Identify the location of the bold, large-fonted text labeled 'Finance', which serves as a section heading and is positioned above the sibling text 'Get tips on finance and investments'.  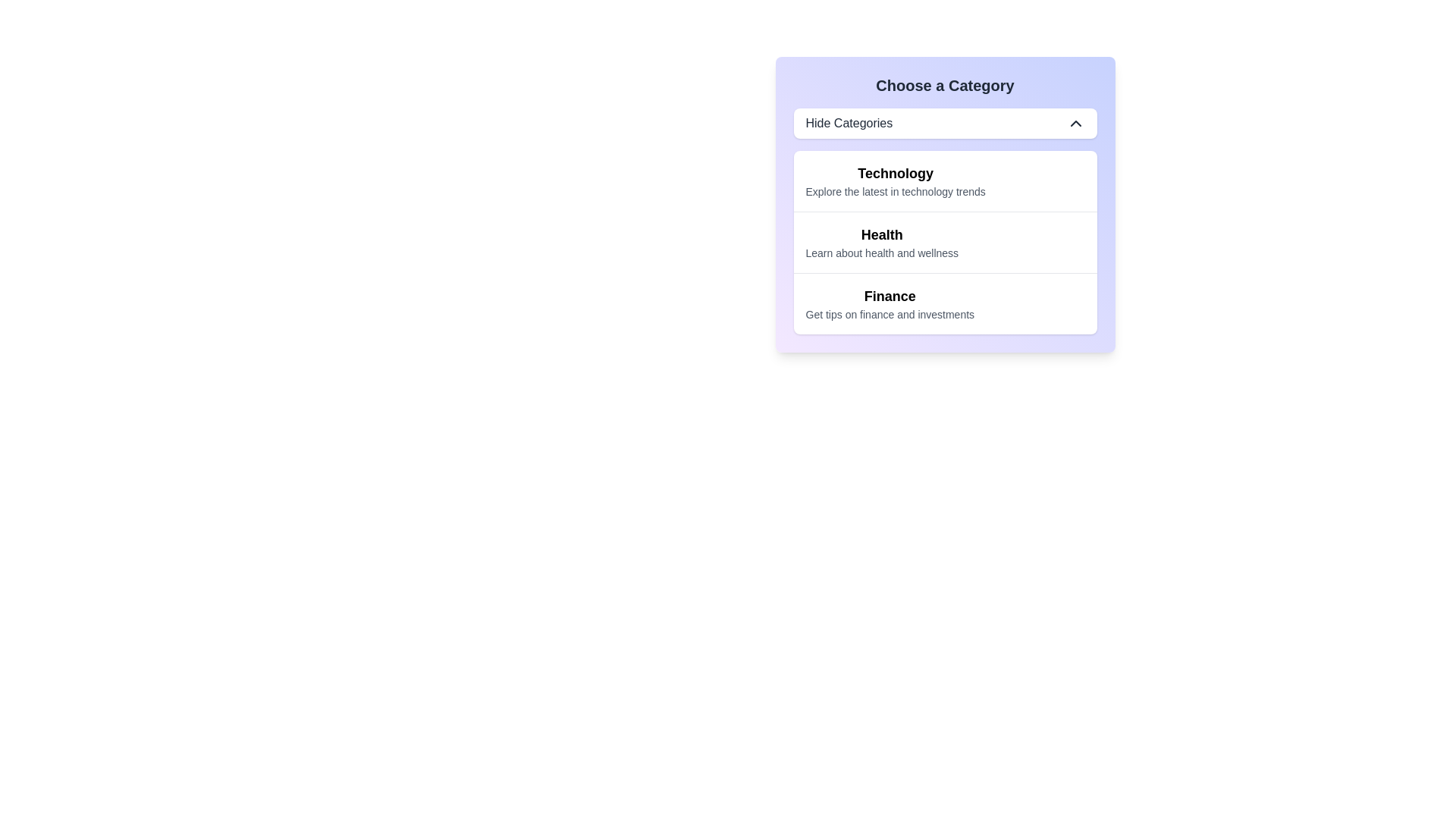
(890, 296).